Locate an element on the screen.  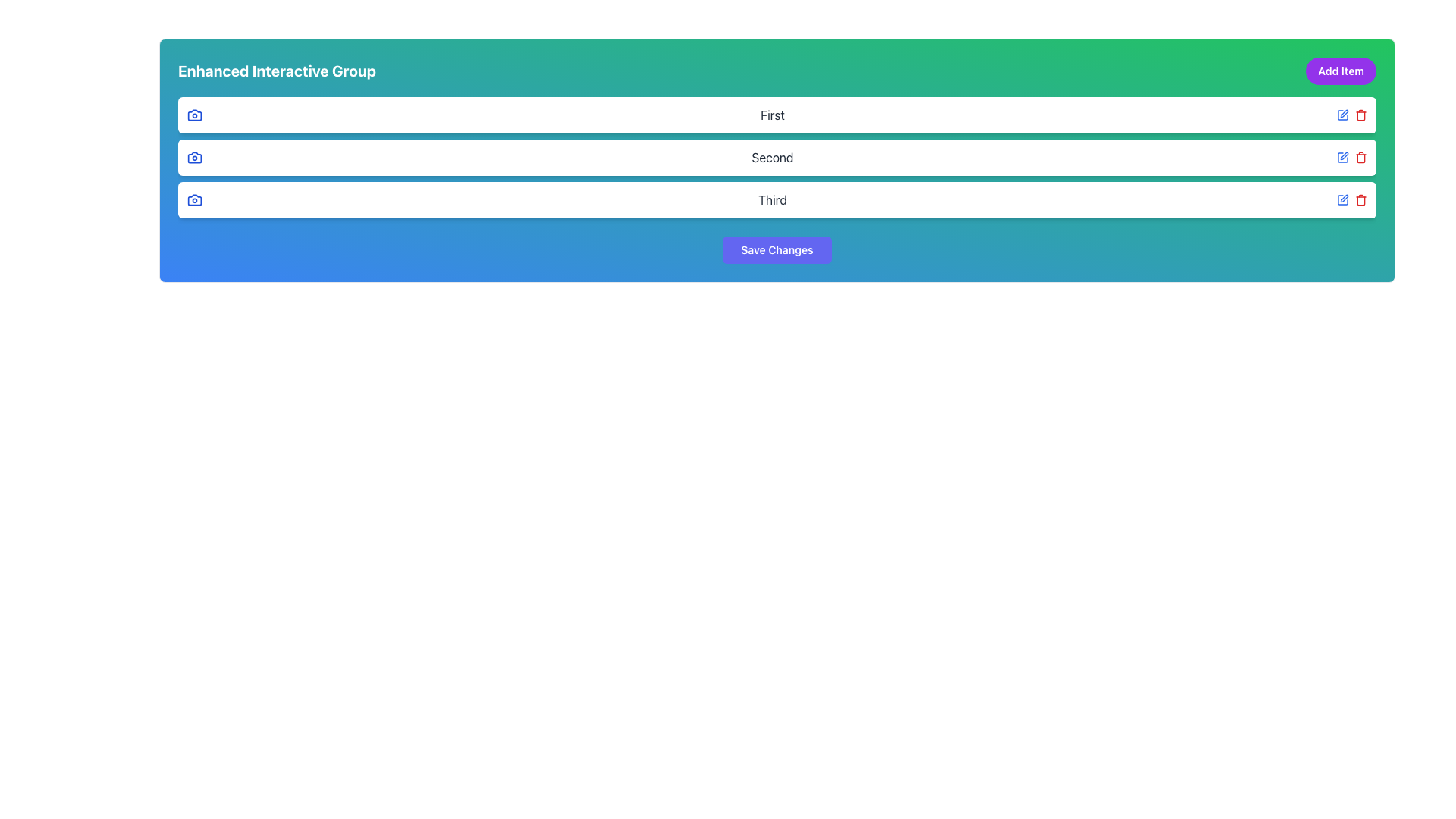
the icon located at the top row of the second card, next to the label 'Second', which symbolizes capturing or viewing photos is located at coordinates (194, 158).